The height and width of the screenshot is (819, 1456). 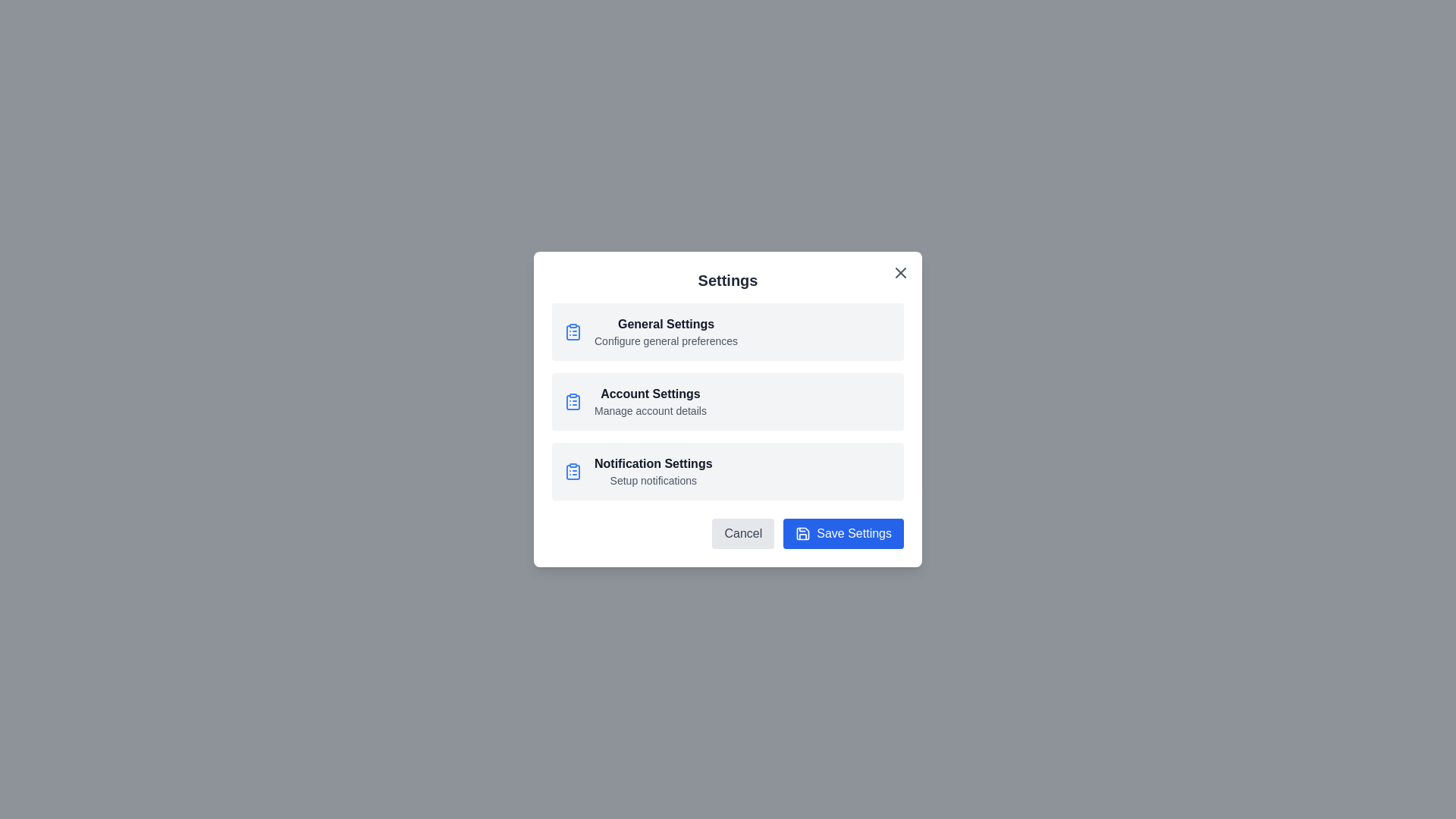 What do you see at coordinates (572, 332) in the screenshot?
I see `the clipboard icon representing the 'General Settings' option` at bounding box center [572, 332].